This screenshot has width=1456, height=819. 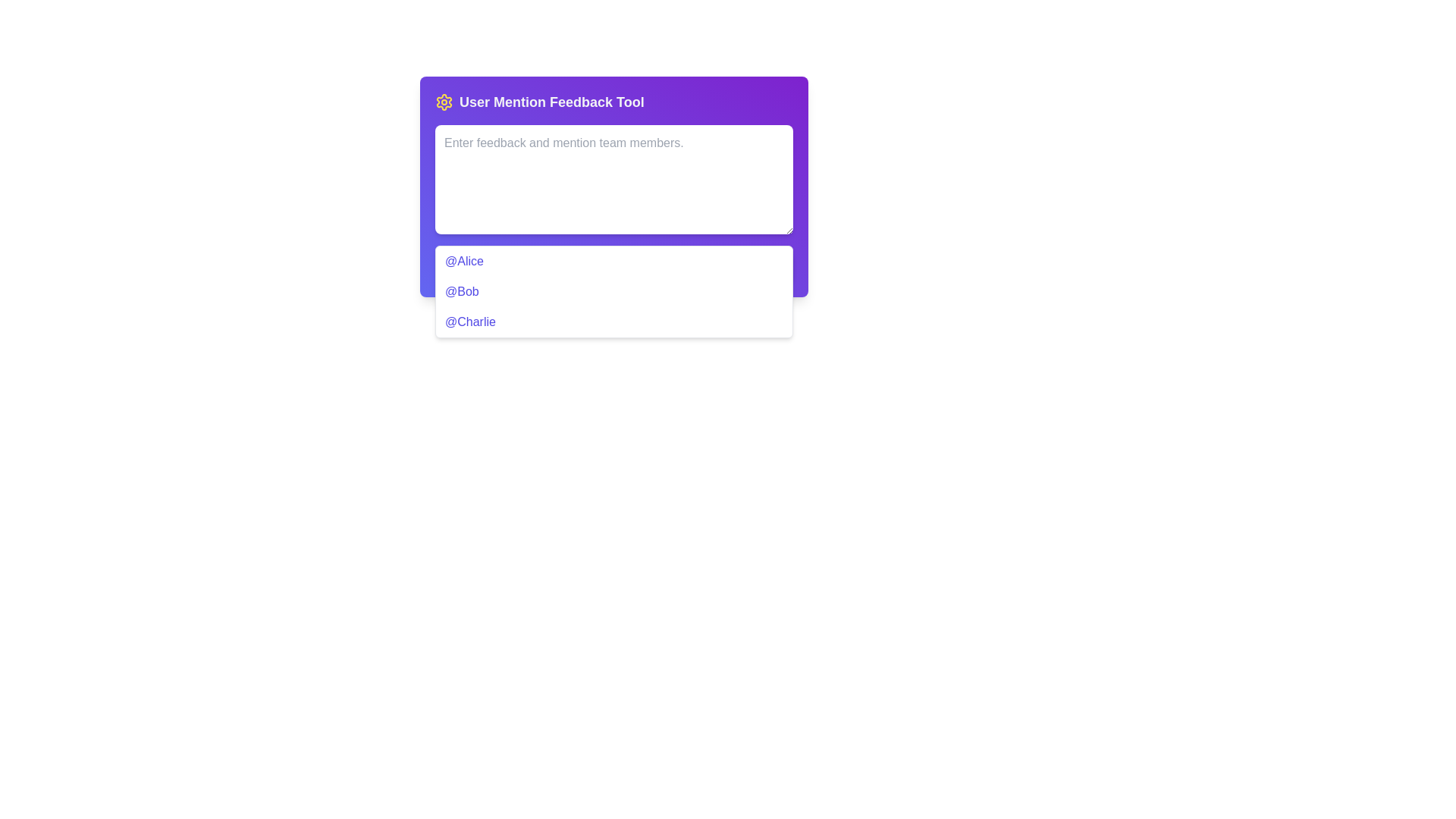 I want to click on the first selectable option '@Alice' in the dropdown list for user mentions in the feedback tool, located directly below the purple section titled 'User Mention Feedback Tool', so click(x=614, y=265).